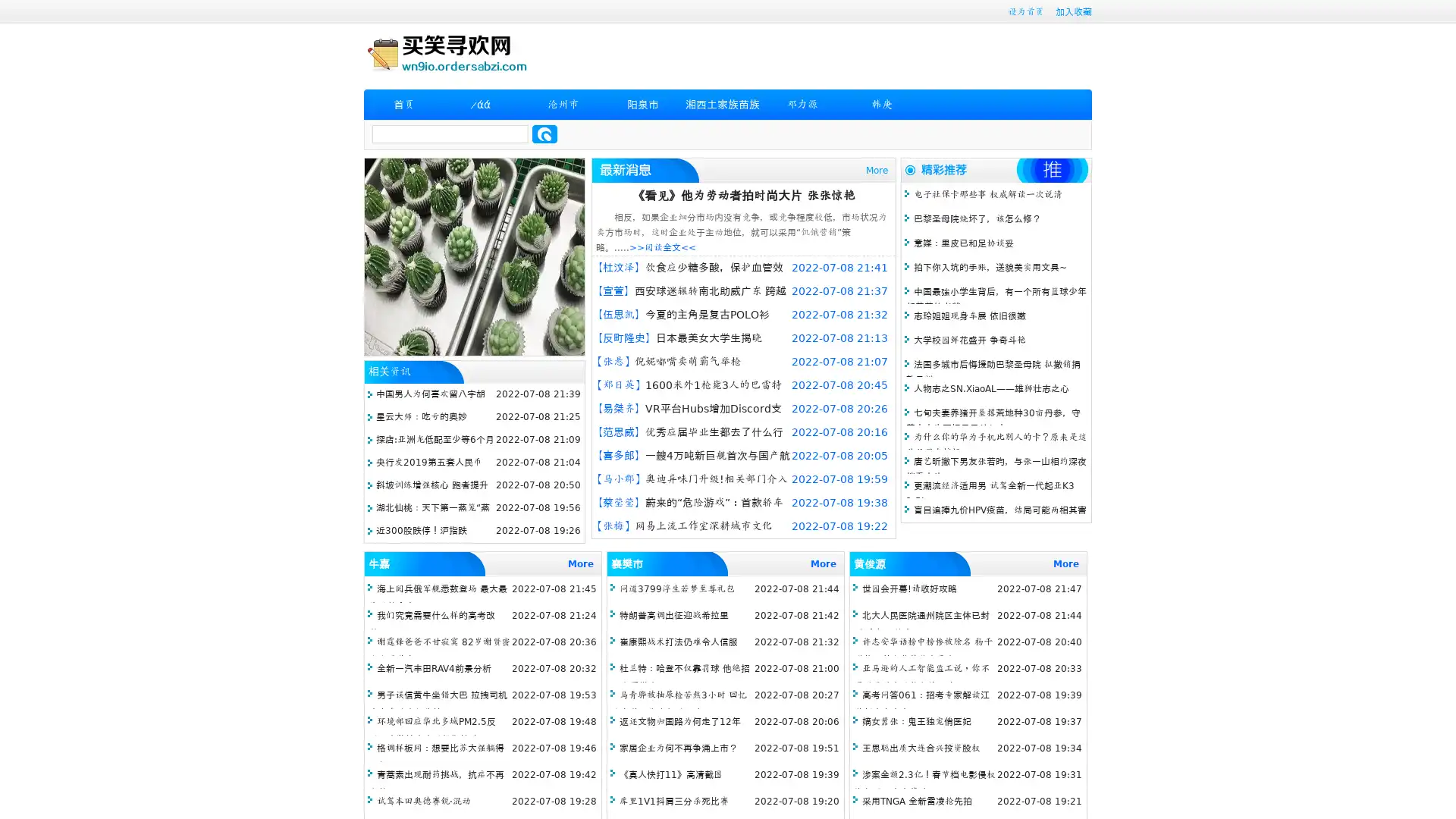 The image size is (1456, 819). What do you see at coordinates (544, 133) in the screenshot?
I see `Search` at bounding box center [544, 133].